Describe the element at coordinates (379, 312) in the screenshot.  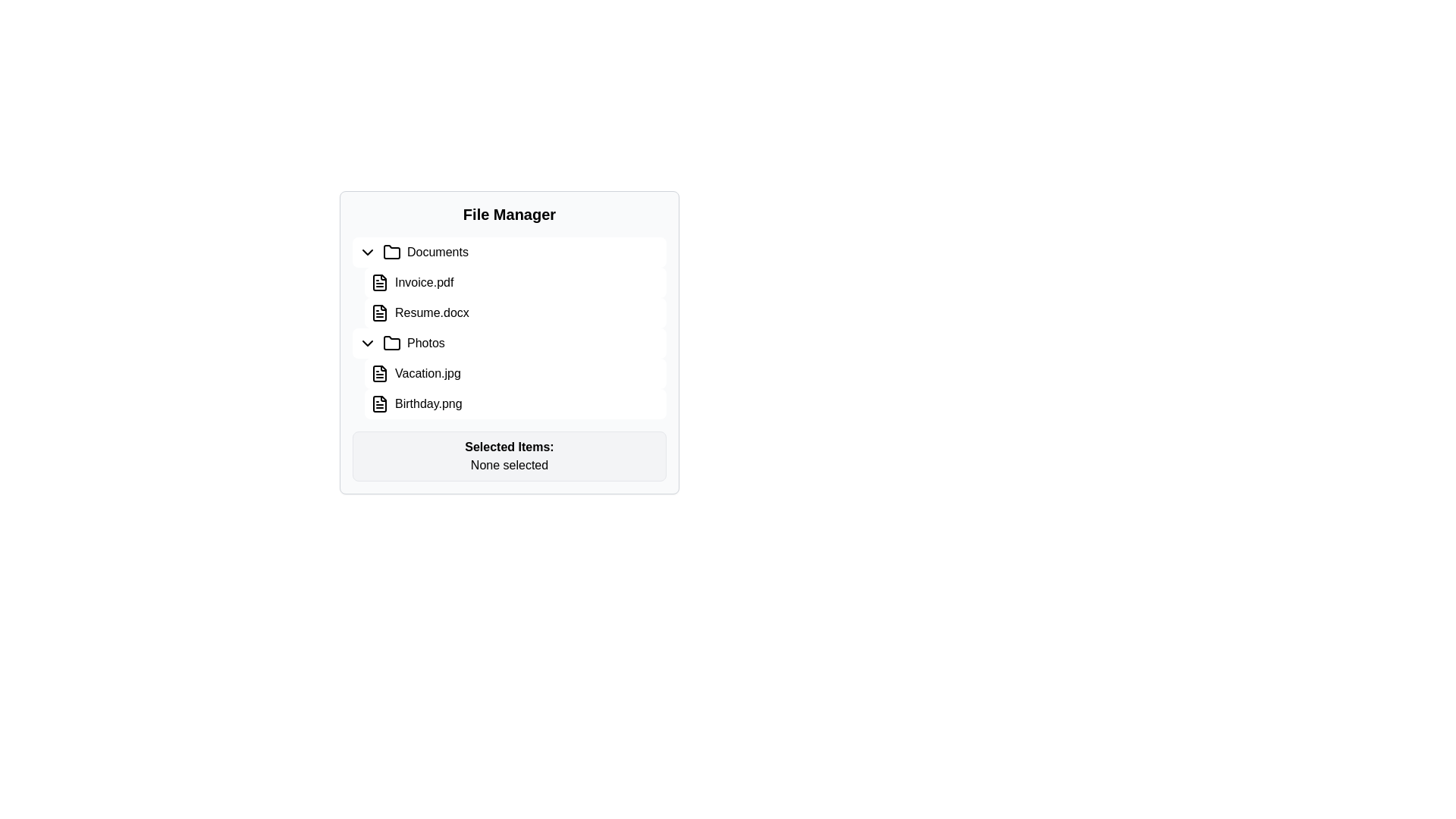
I see `the small icon resembling a text document with a folded corner, located to the left of the 'Resume.docx' label under the 'Documents' section` at that location.